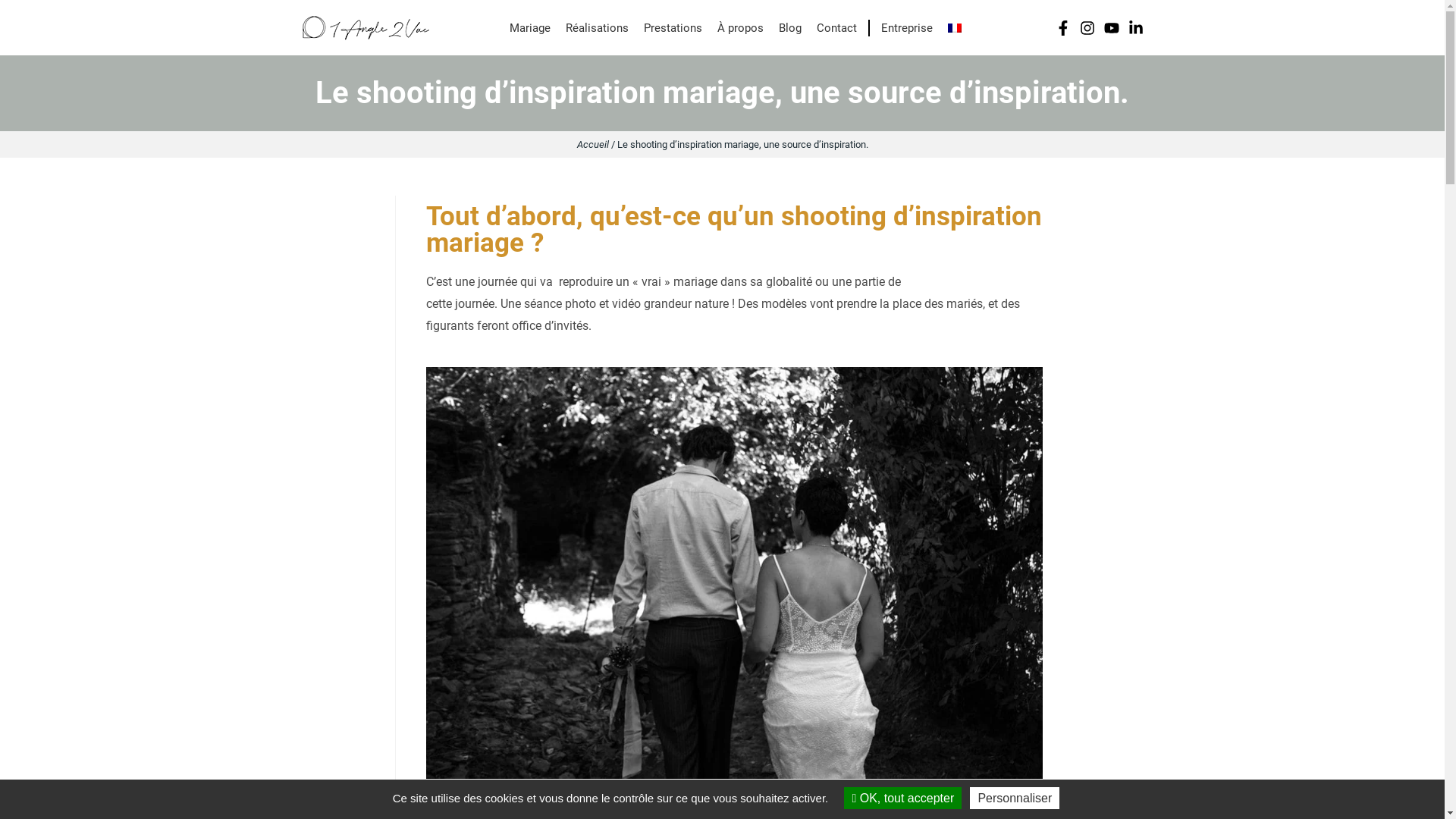 The height and width of the screenshot is (819, 1456). I want to click on 'Mariage', so click(530, 28).